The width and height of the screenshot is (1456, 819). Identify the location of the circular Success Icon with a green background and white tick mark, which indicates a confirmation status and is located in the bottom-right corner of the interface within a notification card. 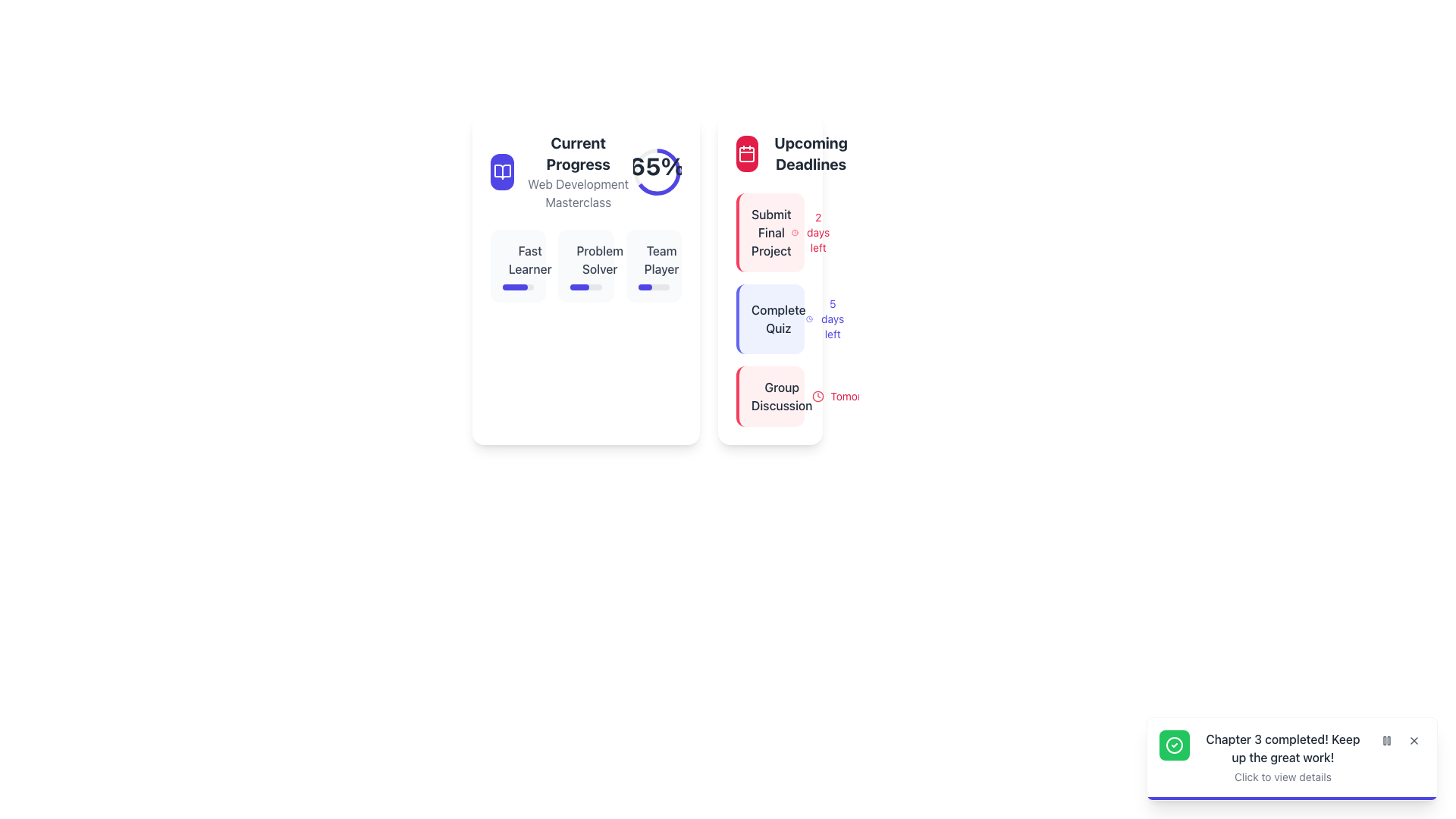
(1174, 745).